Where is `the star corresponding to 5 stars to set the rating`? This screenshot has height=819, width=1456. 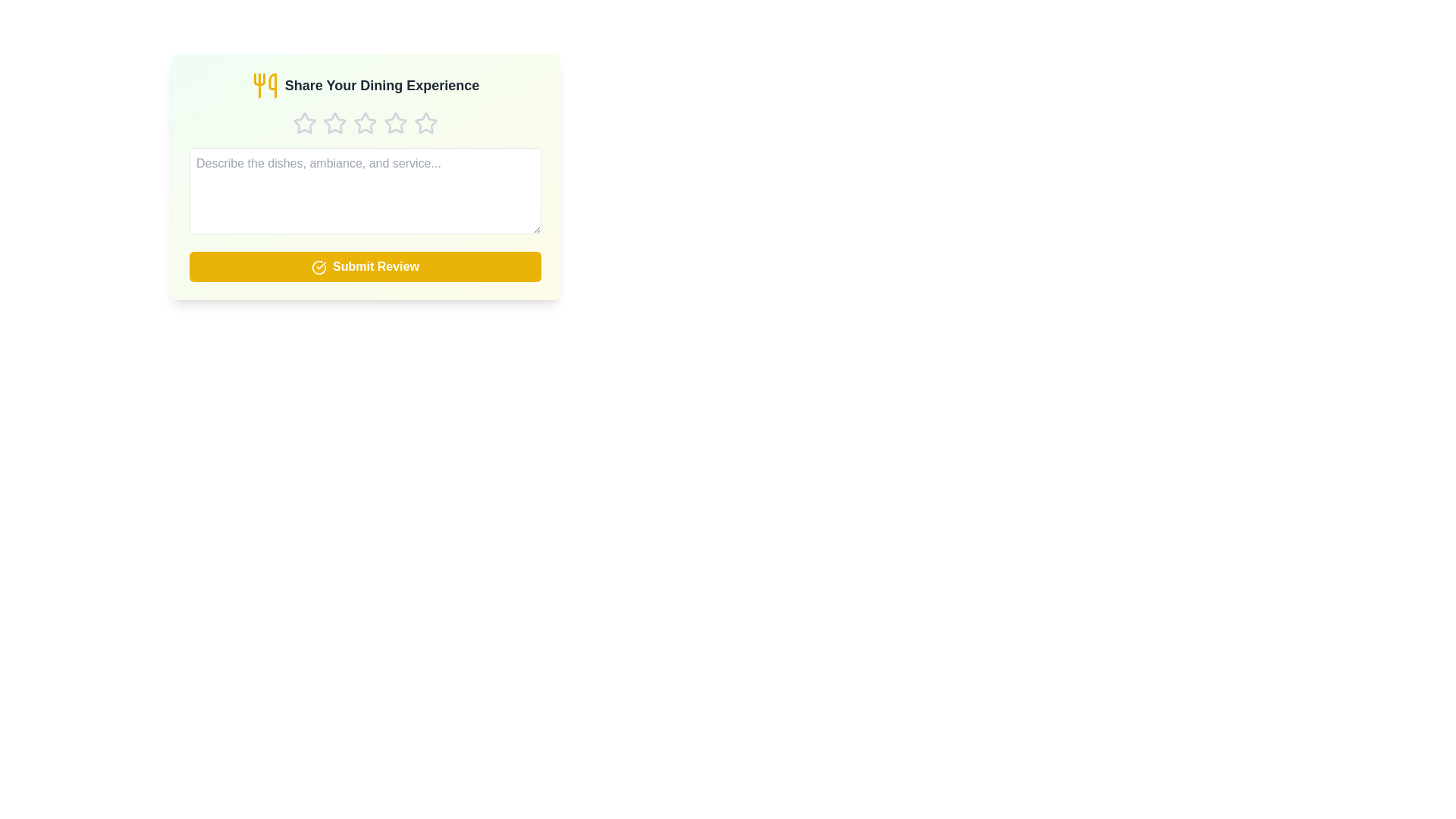 the star corresponding to 5 stars to set the rating is located at coordinates (425, 122).